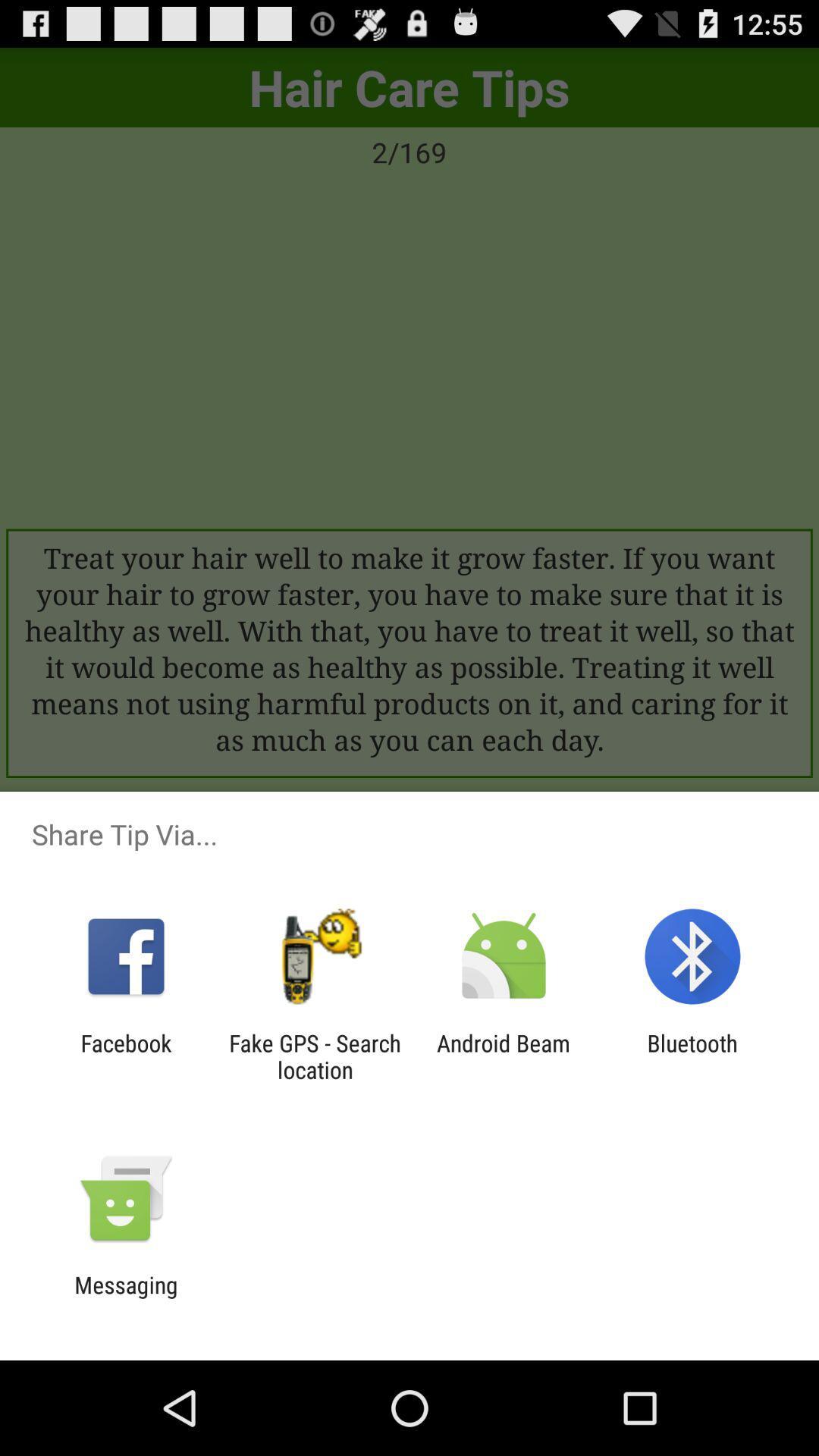 The width and height of the screenshot is (819, 1456). What do you see at coordinates (125, 1298) in the screenshot?
I see `the messaging icon` at bounding box center [125, 1298].